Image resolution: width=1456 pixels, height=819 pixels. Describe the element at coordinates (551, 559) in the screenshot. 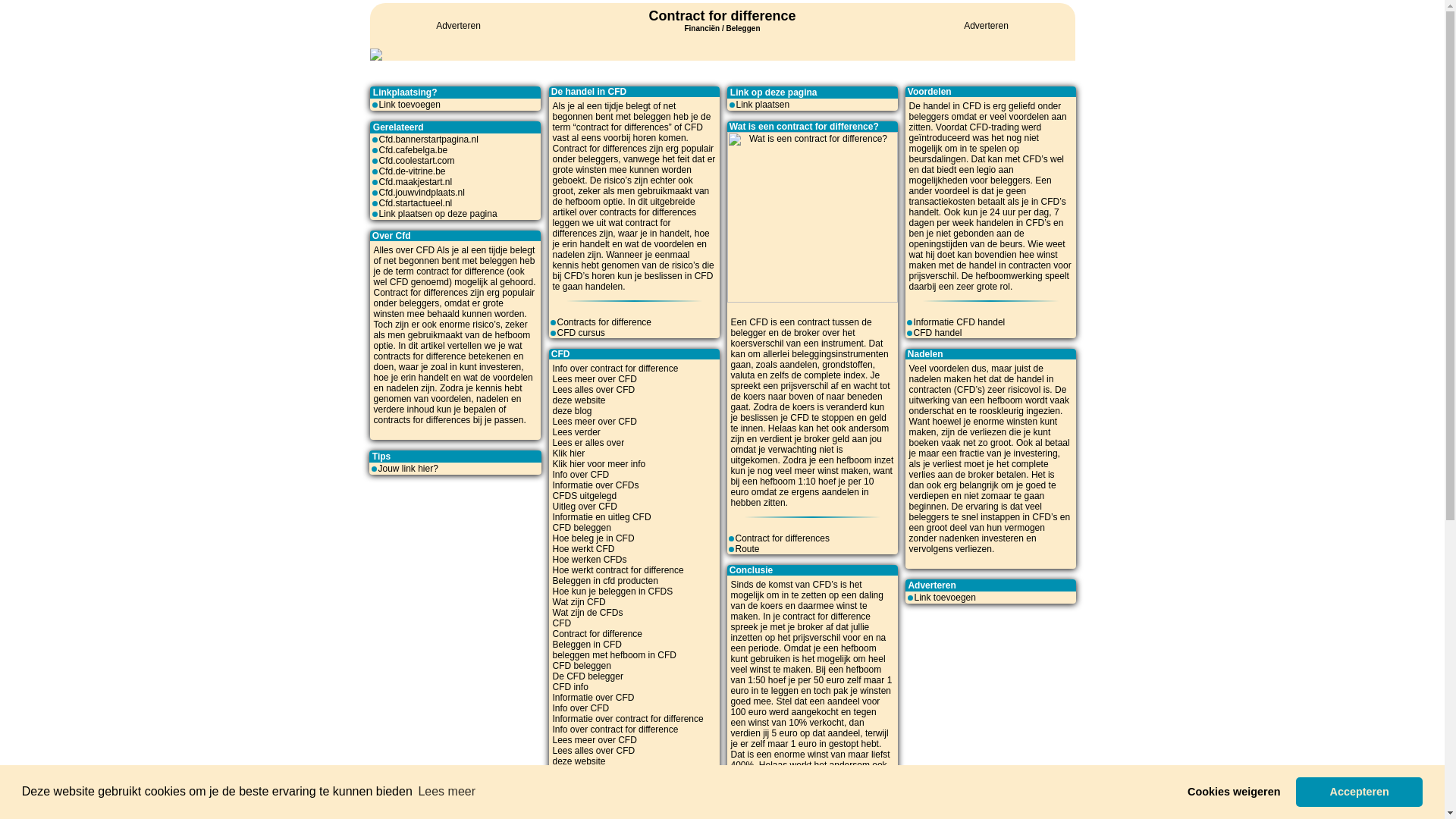

I see `'Hoe werken CFDs'` at that location.